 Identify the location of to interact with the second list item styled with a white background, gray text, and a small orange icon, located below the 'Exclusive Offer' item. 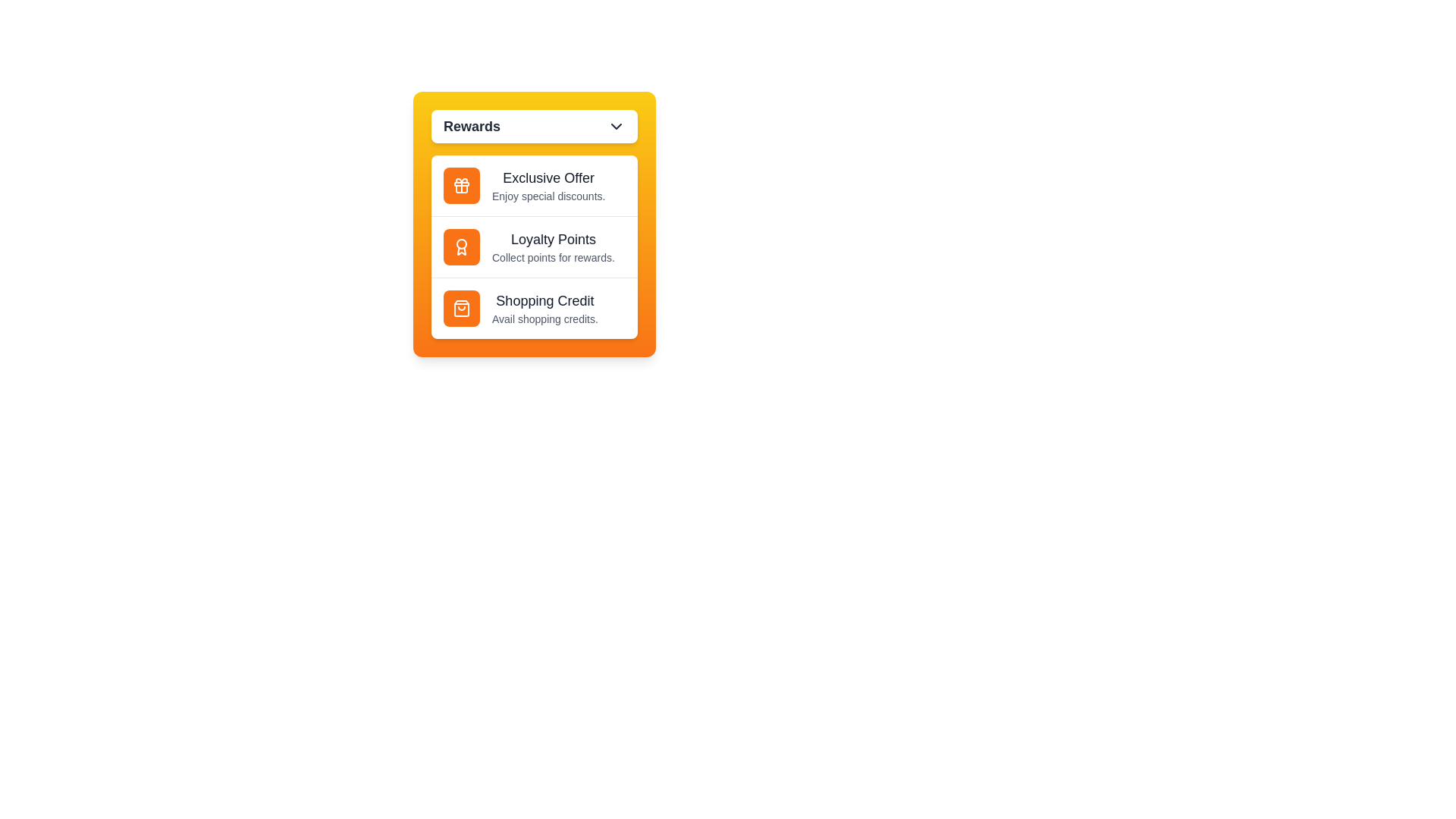
(535, 246).